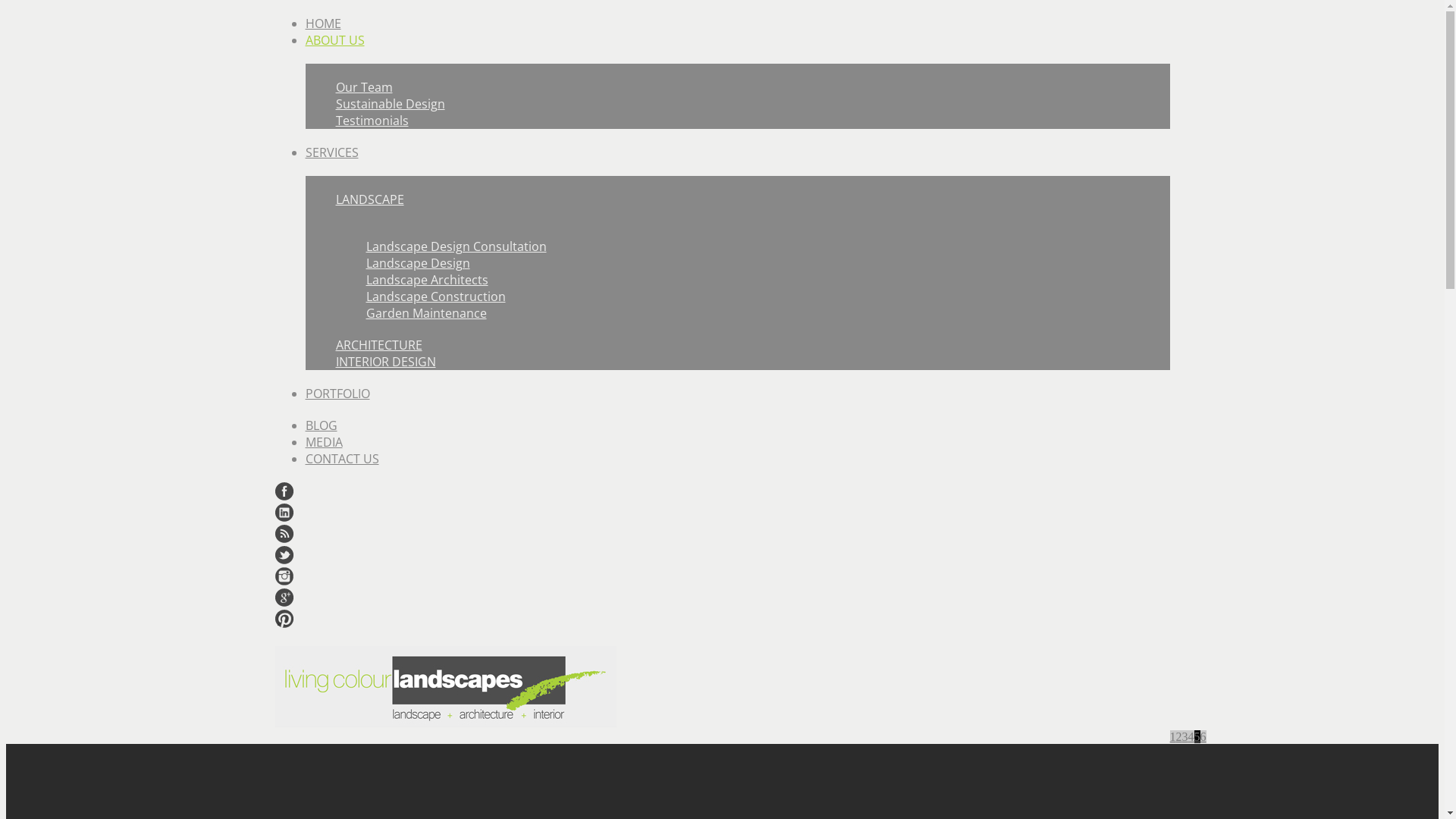 This screenshot has width=1456, height=819. I want to click on 'HOME', so click(322, 23).